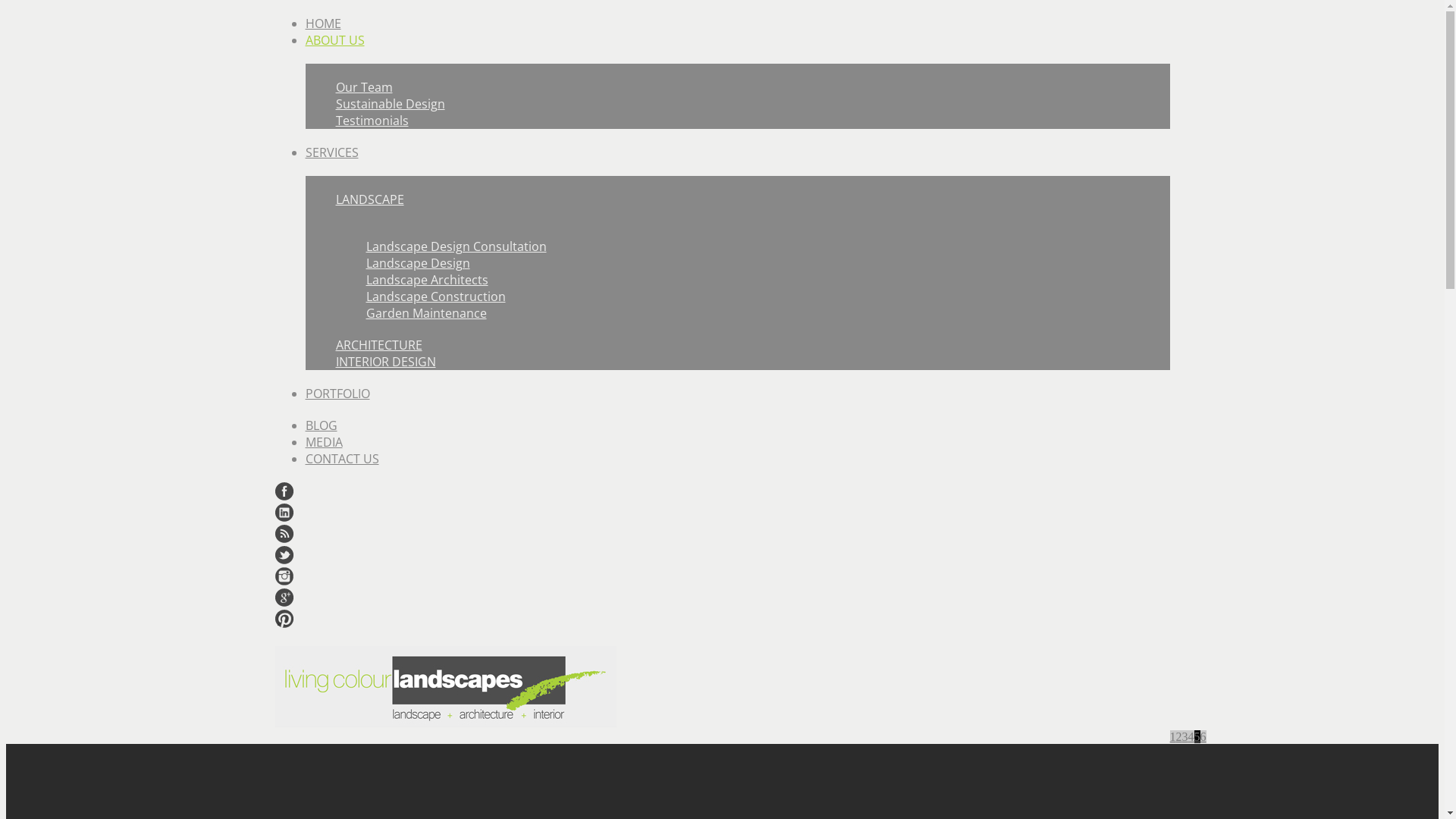 This screenshot has width=1456, height=819. I want to click on 'HOME', so click(322, 23).